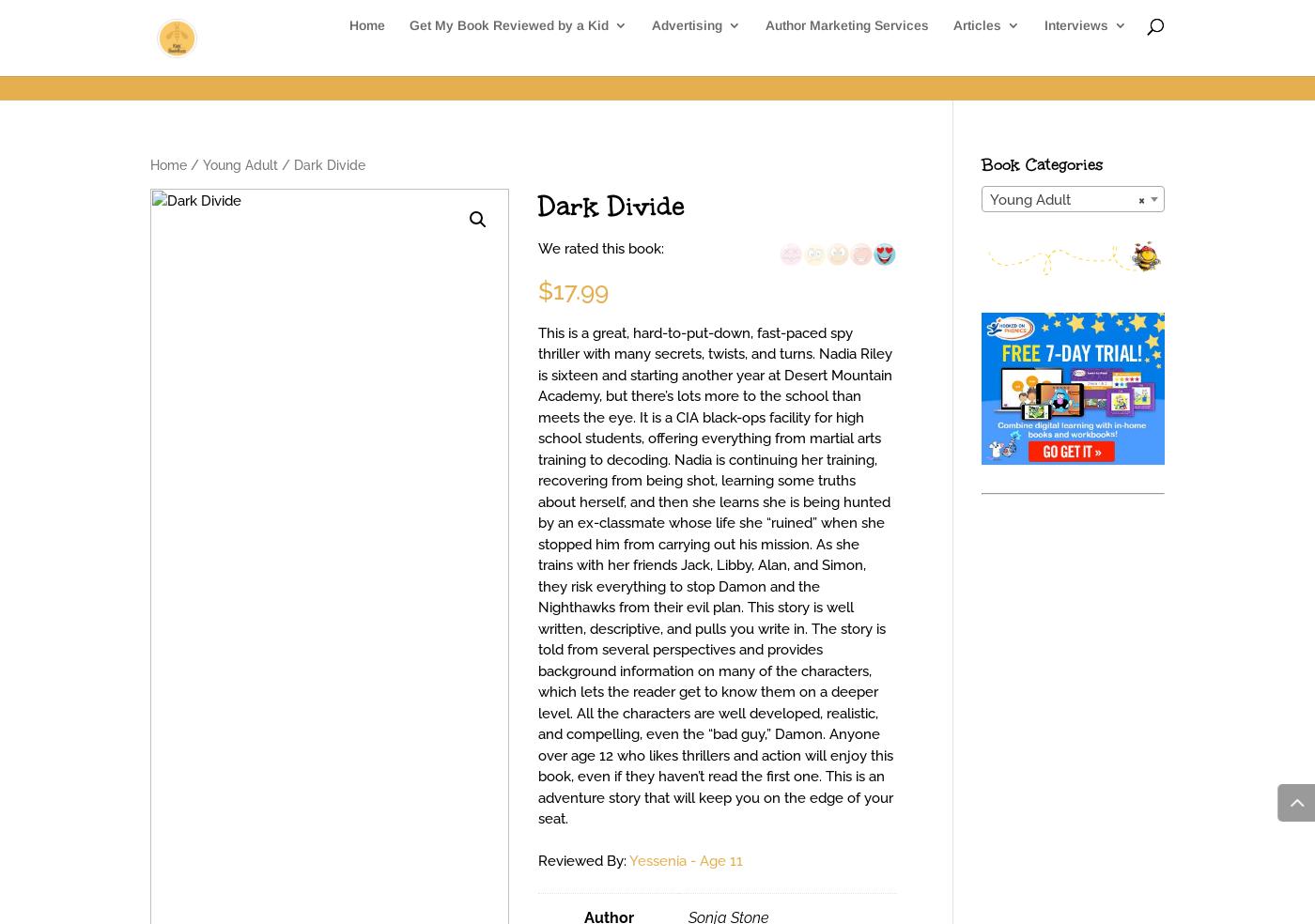 This screenshot has width=1315, height=924. Describe the element at coordinates (508, 50) in the screenshot. I see `'Get My Book Reviewed by a Kid'` at that location.